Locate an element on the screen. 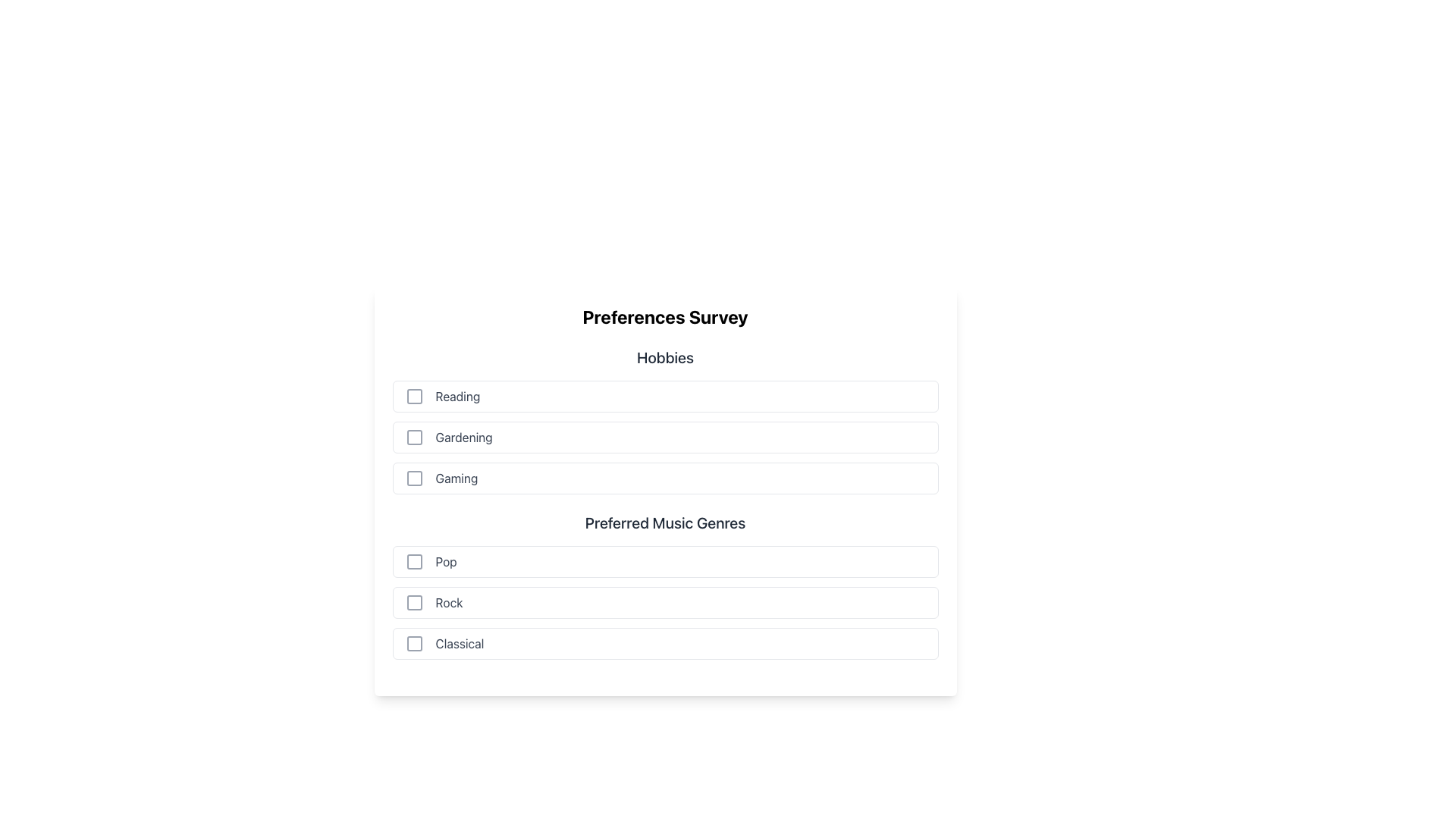 This screenshot has height=819, width=1456. the checkbox element located to the left of the 'Gaming' label in the hobbies list is located at coordinates (414, 479).